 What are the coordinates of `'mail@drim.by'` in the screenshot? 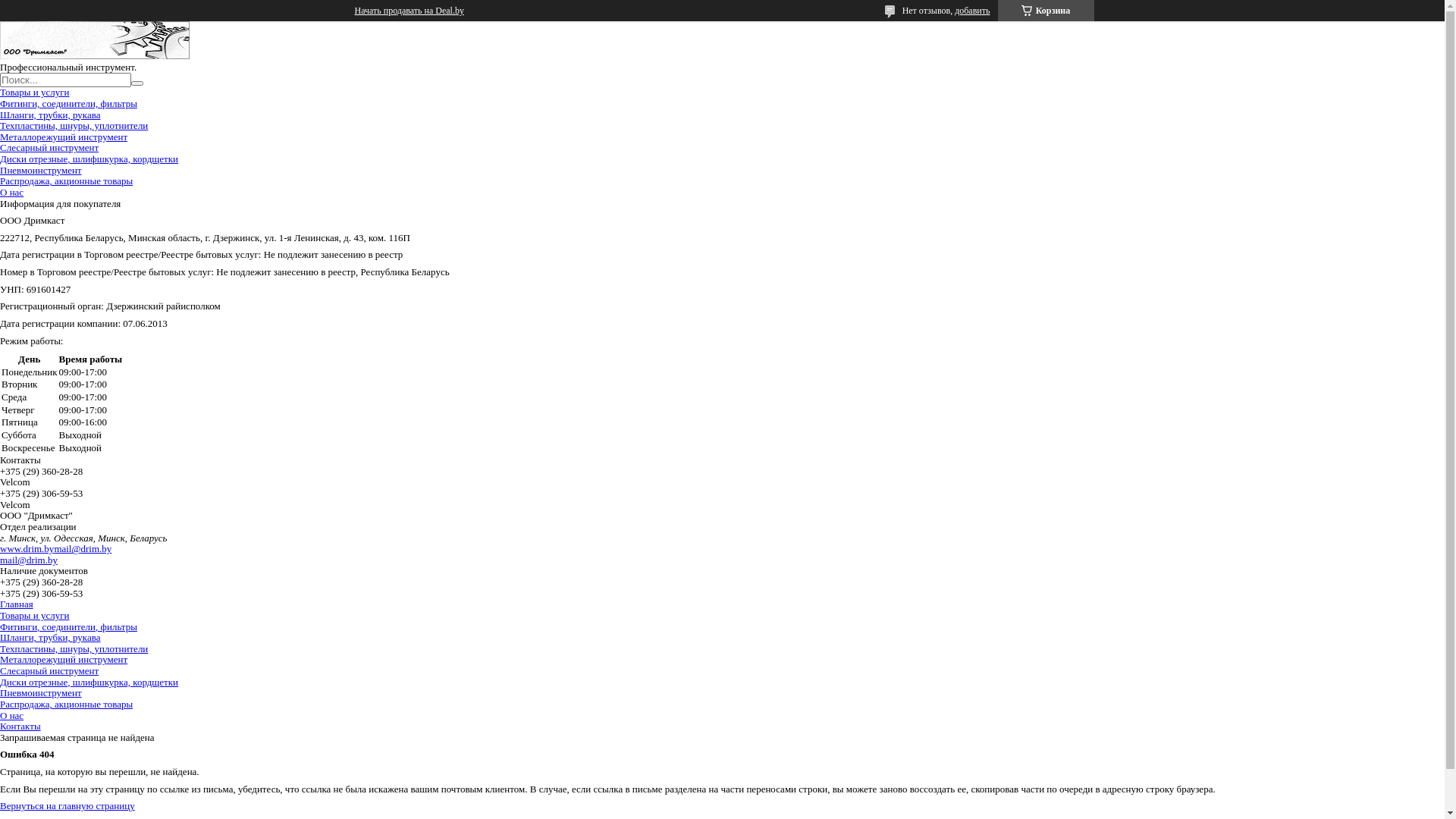 It's located at (29, 560).